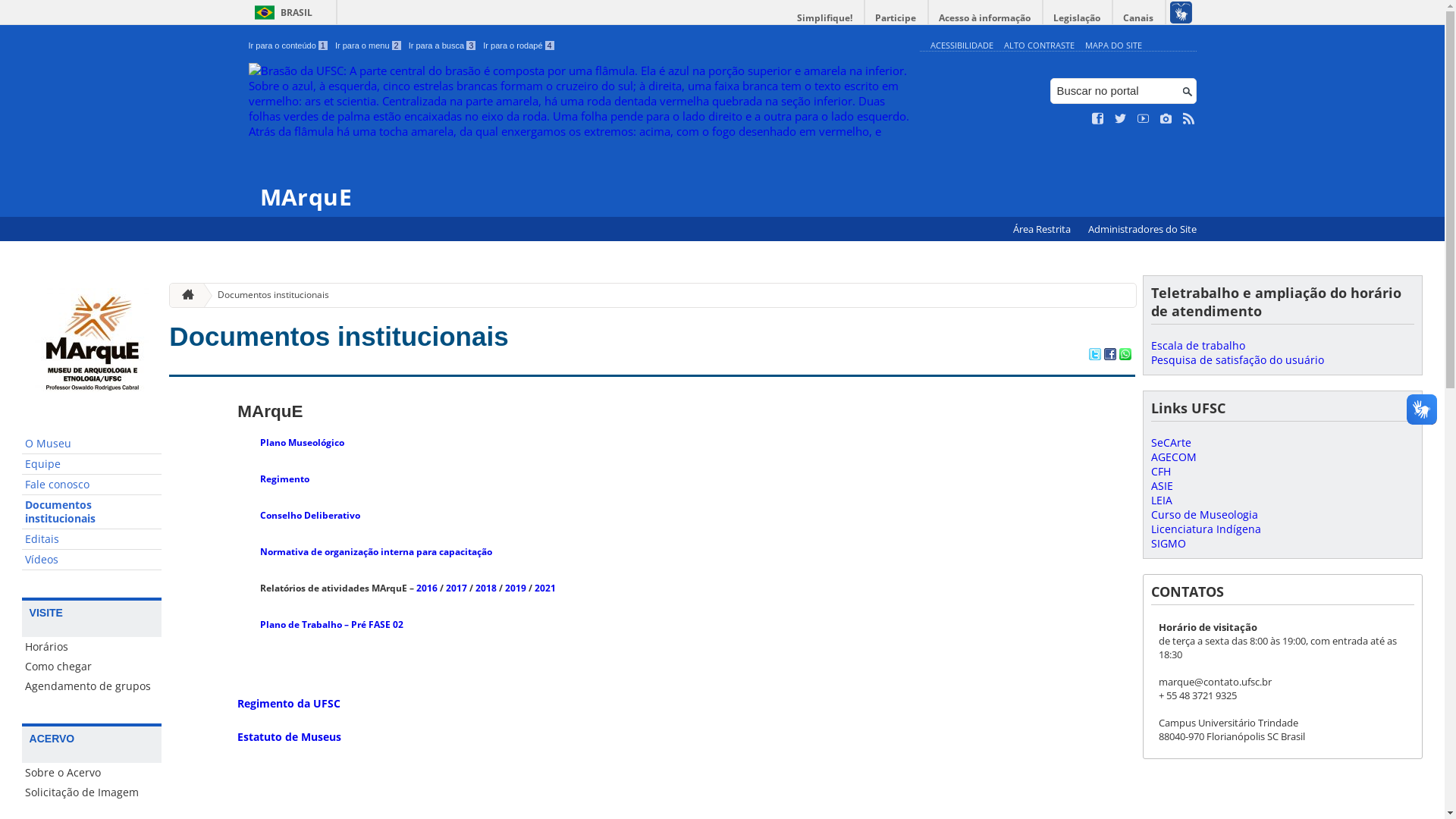 This screenshot has height=819, width=1456. I want to click on 'Administradores do Site', so click(1141, 229).